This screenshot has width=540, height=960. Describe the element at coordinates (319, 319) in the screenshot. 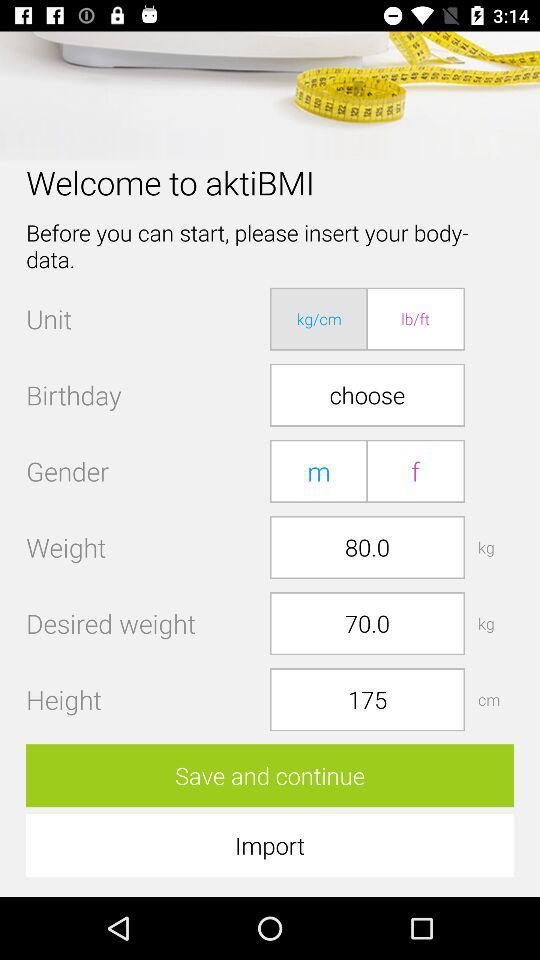

I see `the app next to the unit` at that location.